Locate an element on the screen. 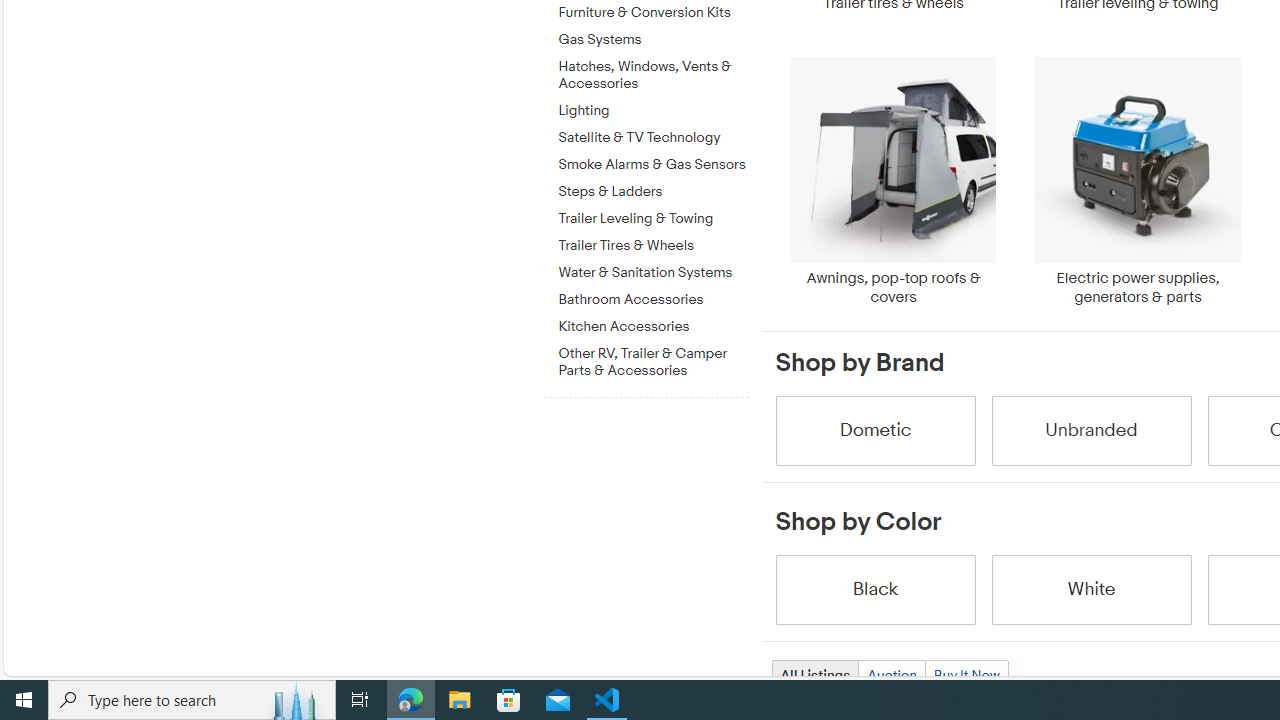  'Trailer Leveling & Towing' is located at coordinates (653, 215).